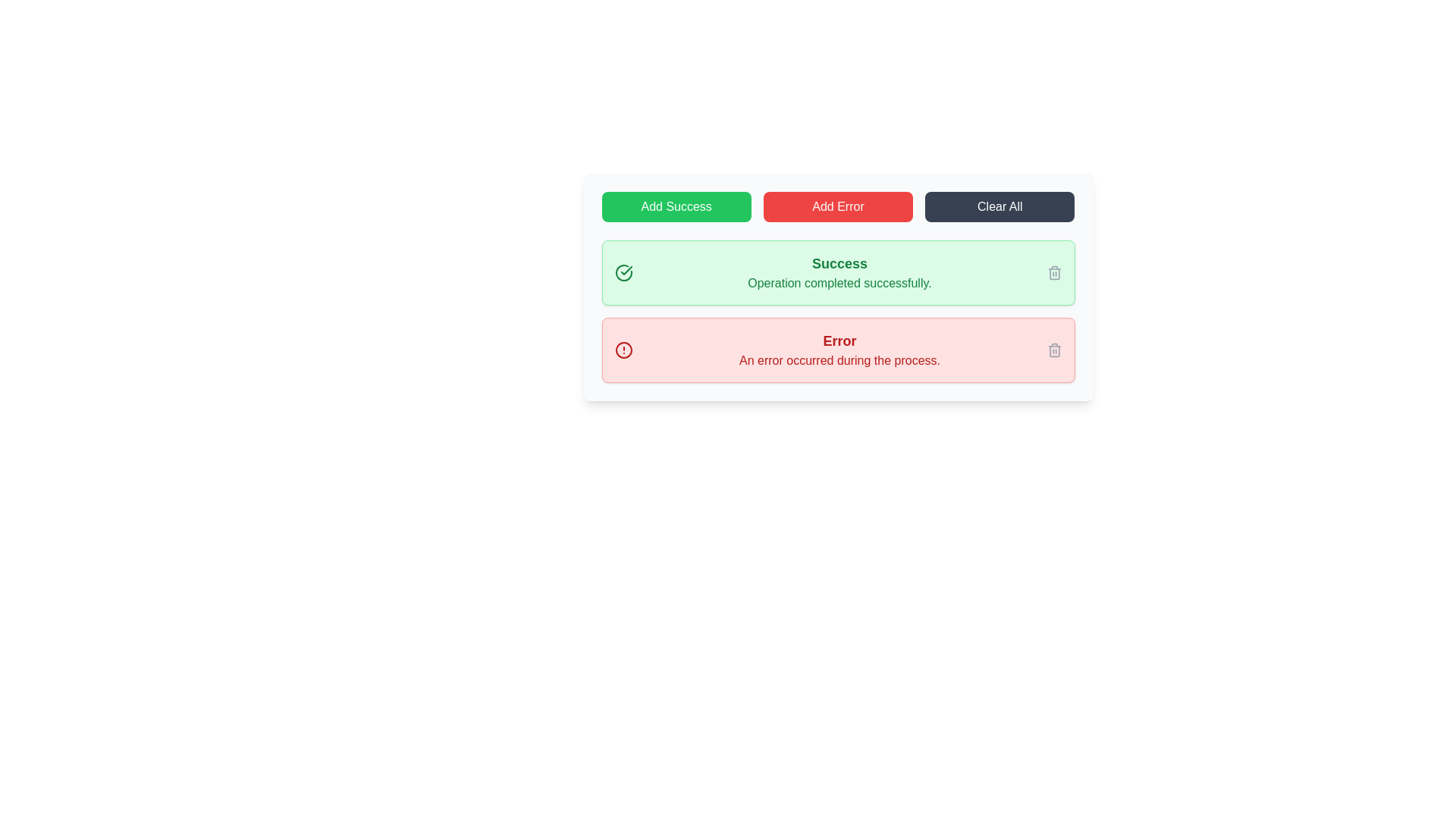 Image resolution: width=1456 pixels, height=819 pixels. What do you see at coordinates (676, 207) in the screenshot?
I see `the success button, which is the first button in a group of three horizontally aligned buttons located in the top section of the interface` at bounding box center [676, 207].